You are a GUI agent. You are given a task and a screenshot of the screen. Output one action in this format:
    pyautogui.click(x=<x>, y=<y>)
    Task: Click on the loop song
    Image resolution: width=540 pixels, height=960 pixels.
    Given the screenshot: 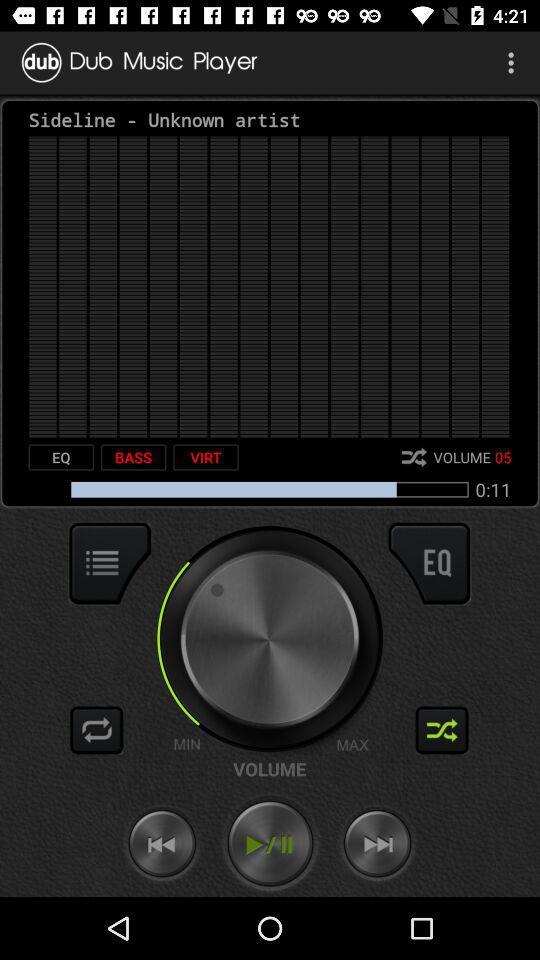 What is the action you would take?
    pyautogui.click(x=96, y=729)
    